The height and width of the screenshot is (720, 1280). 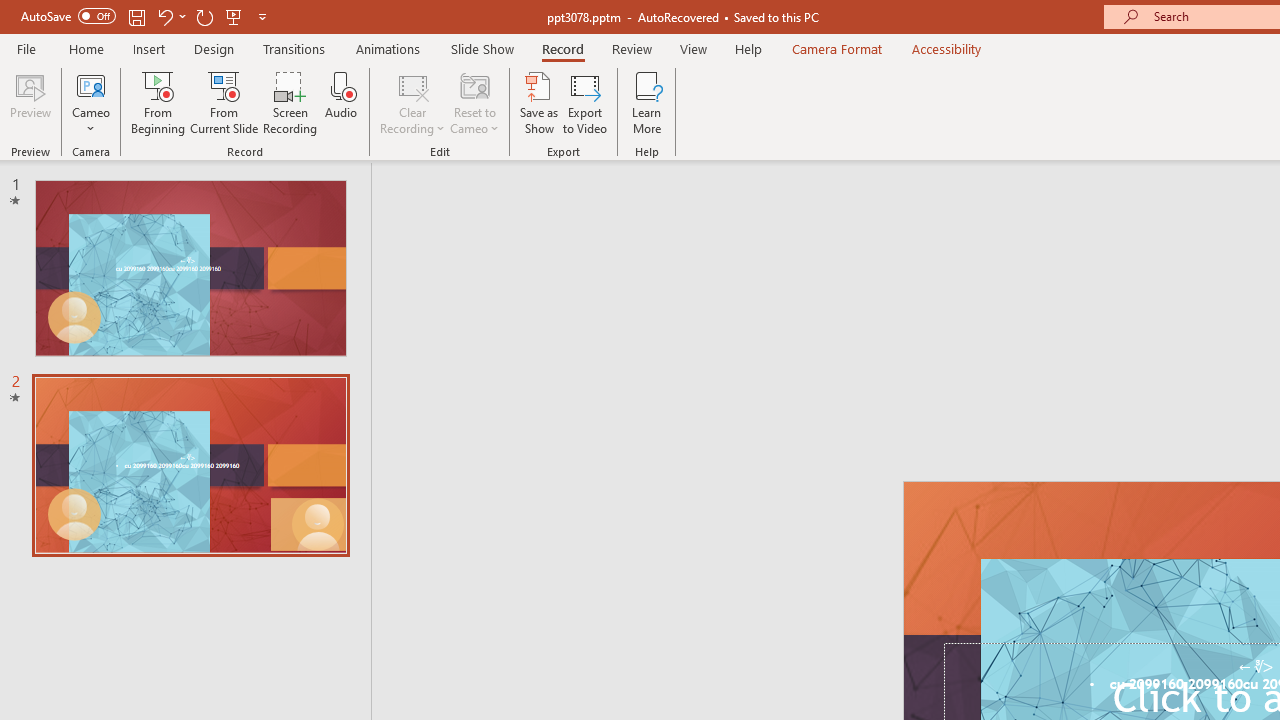 What do you see at coordinates (144, 16) in the screenshot?
I see `'Quick Access Toolbar'` at bounding box center [144, 16].